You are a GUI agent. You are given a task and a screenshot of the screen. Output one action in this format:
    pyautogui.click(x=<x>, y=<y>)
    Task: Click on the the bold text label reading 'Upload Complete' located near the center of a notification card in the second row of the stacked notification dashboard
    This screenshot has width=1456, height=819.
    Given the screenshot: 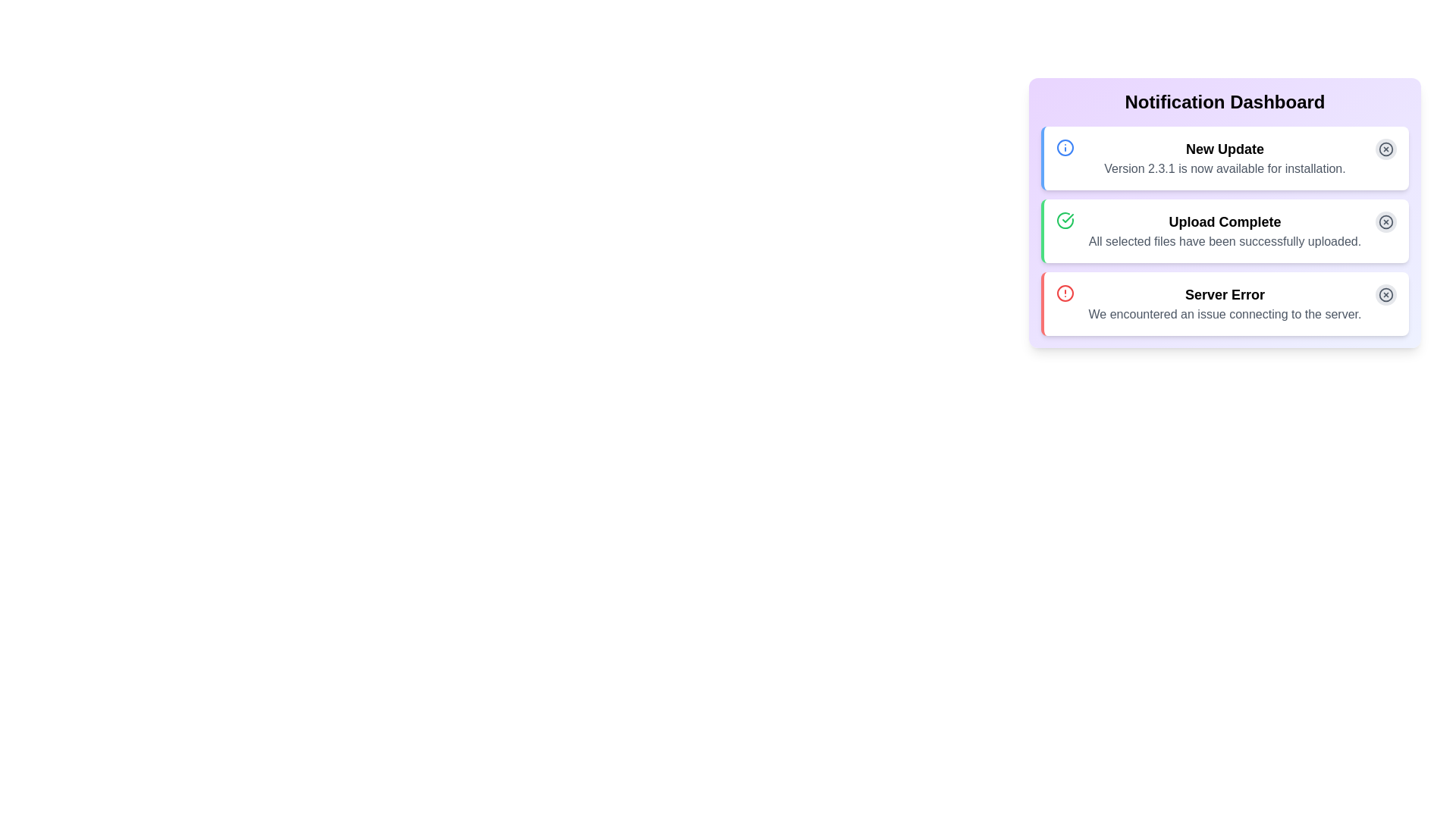 What is the action you would take?
    pyautogui.click(x=1225, y=222)
    